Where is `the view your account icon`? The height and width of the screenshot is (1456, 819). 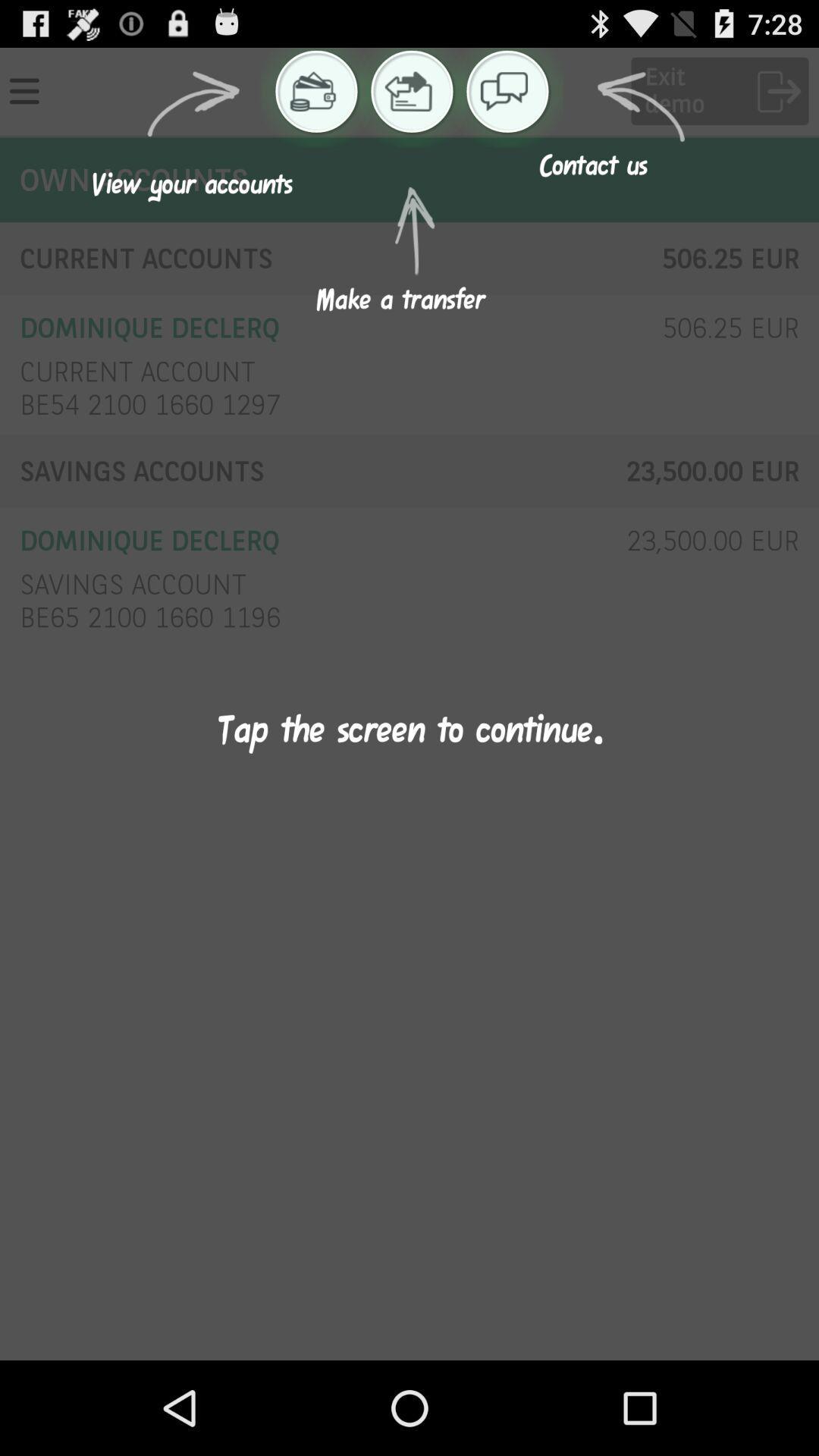
the view your account icon is located at coordinates (312, 90).